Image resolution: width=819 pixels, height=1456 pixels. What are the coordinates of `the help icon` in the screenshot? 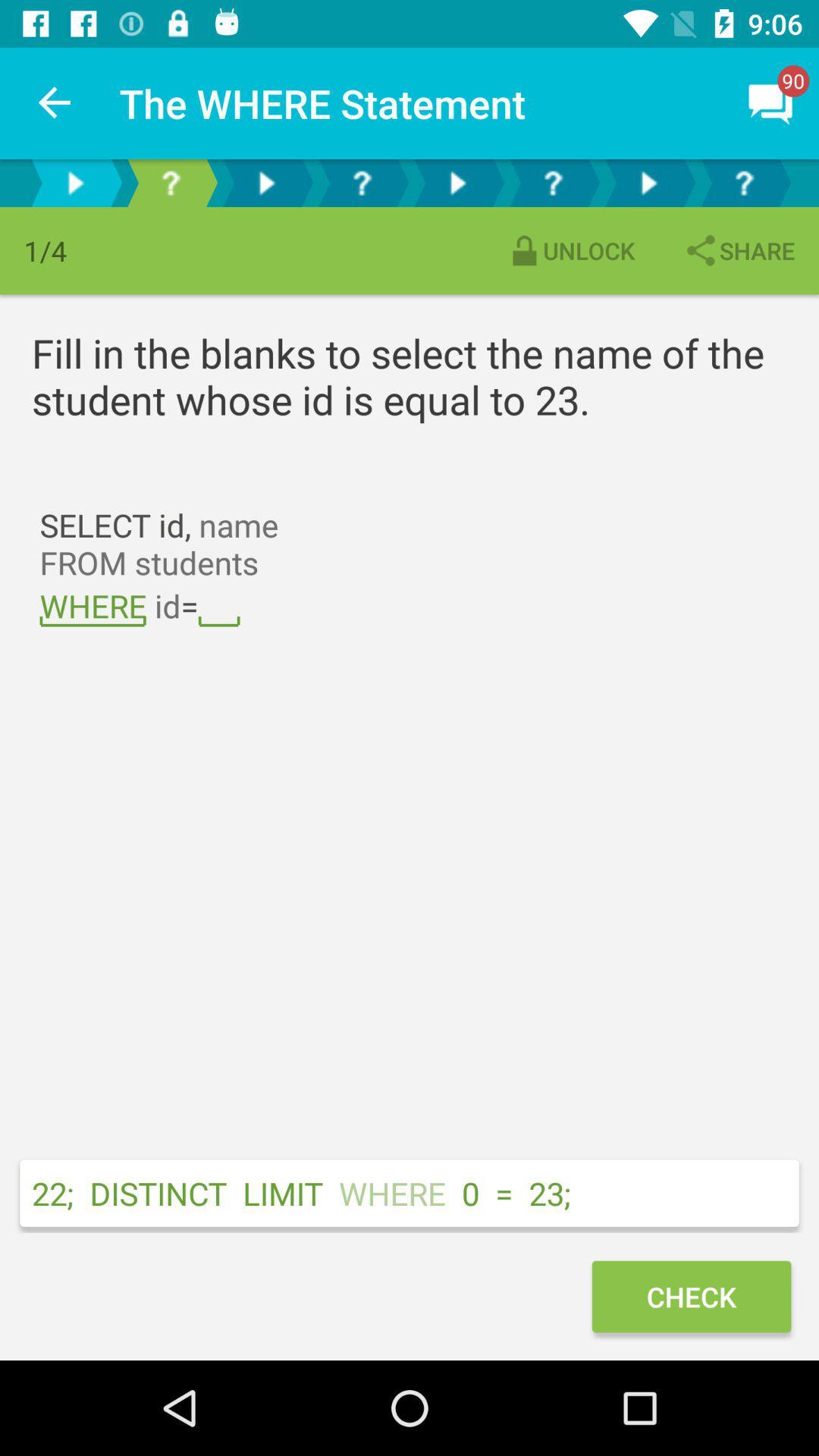 It's located at (553, 182).